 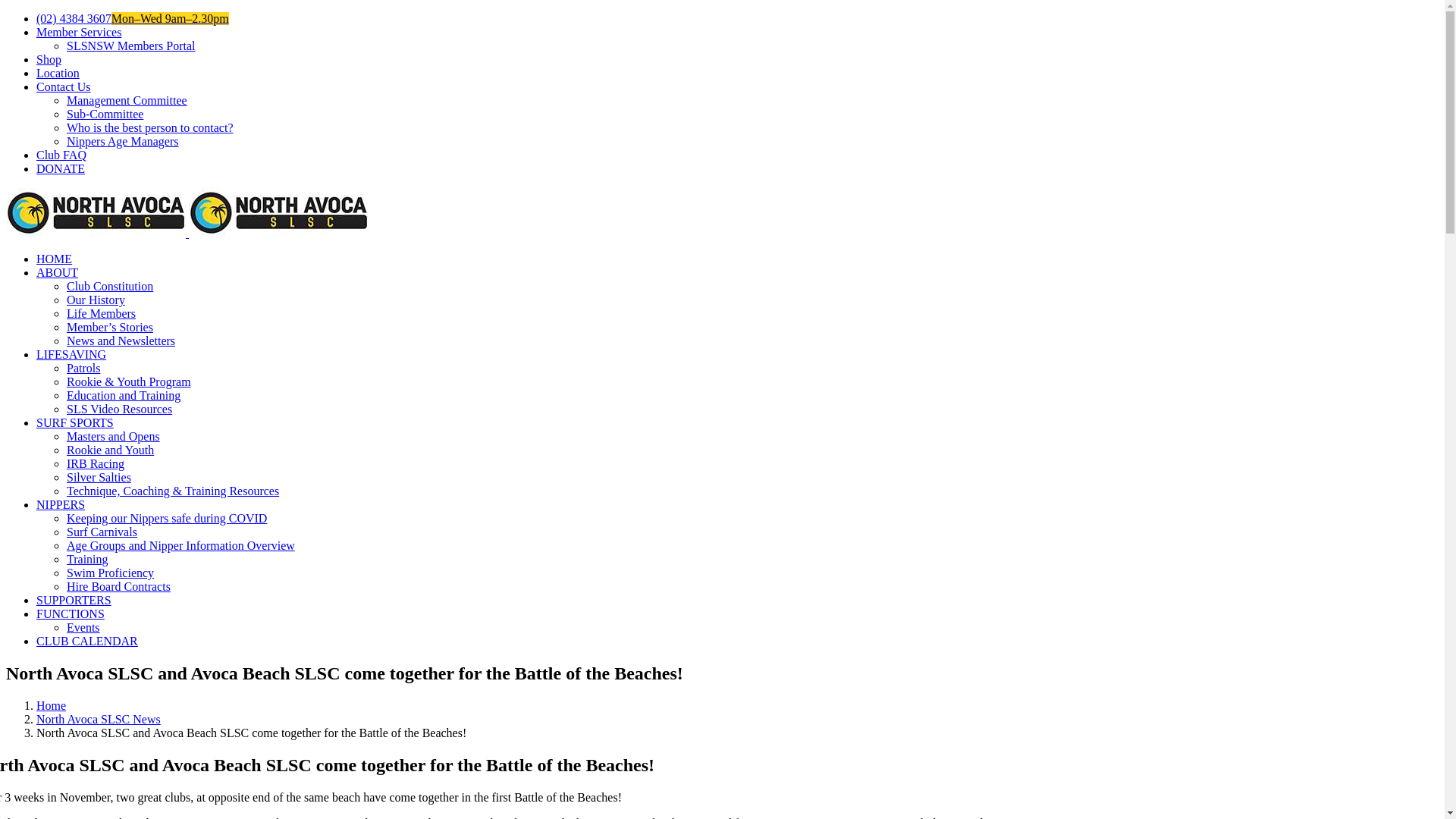 I want to click on 'Training', so click(x=86, y=559).